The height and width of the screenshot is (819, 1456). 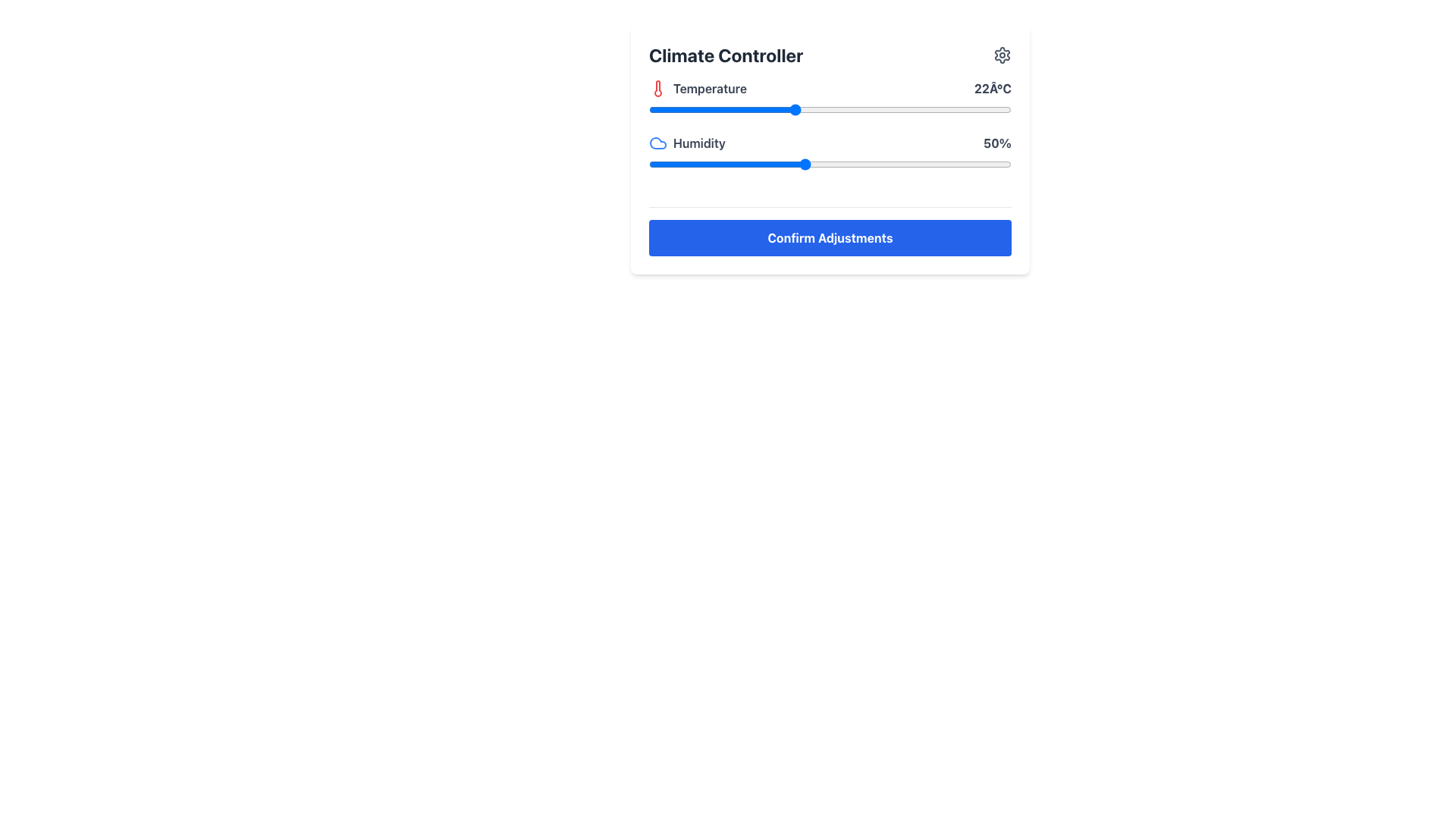 What do you see at coordinates (993, 88) in the screenshot?
I see `the text label displaying the current temperature setting in Celsius, located in the top-right corner of the 'Temperature' section` at bounding box center [993, 88].